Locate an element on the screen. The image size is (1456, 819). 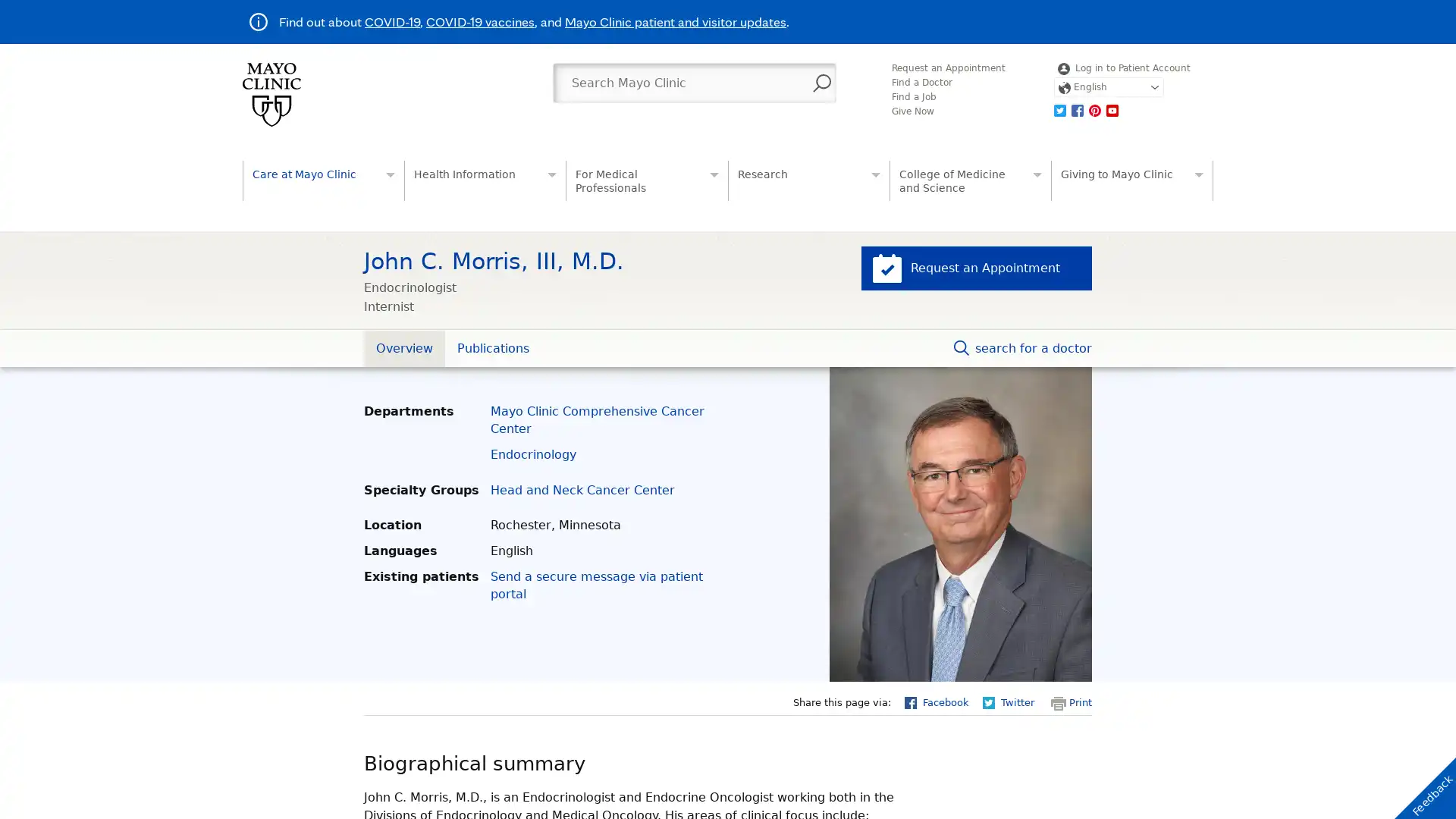
English is located at coordinates (1108, 87).